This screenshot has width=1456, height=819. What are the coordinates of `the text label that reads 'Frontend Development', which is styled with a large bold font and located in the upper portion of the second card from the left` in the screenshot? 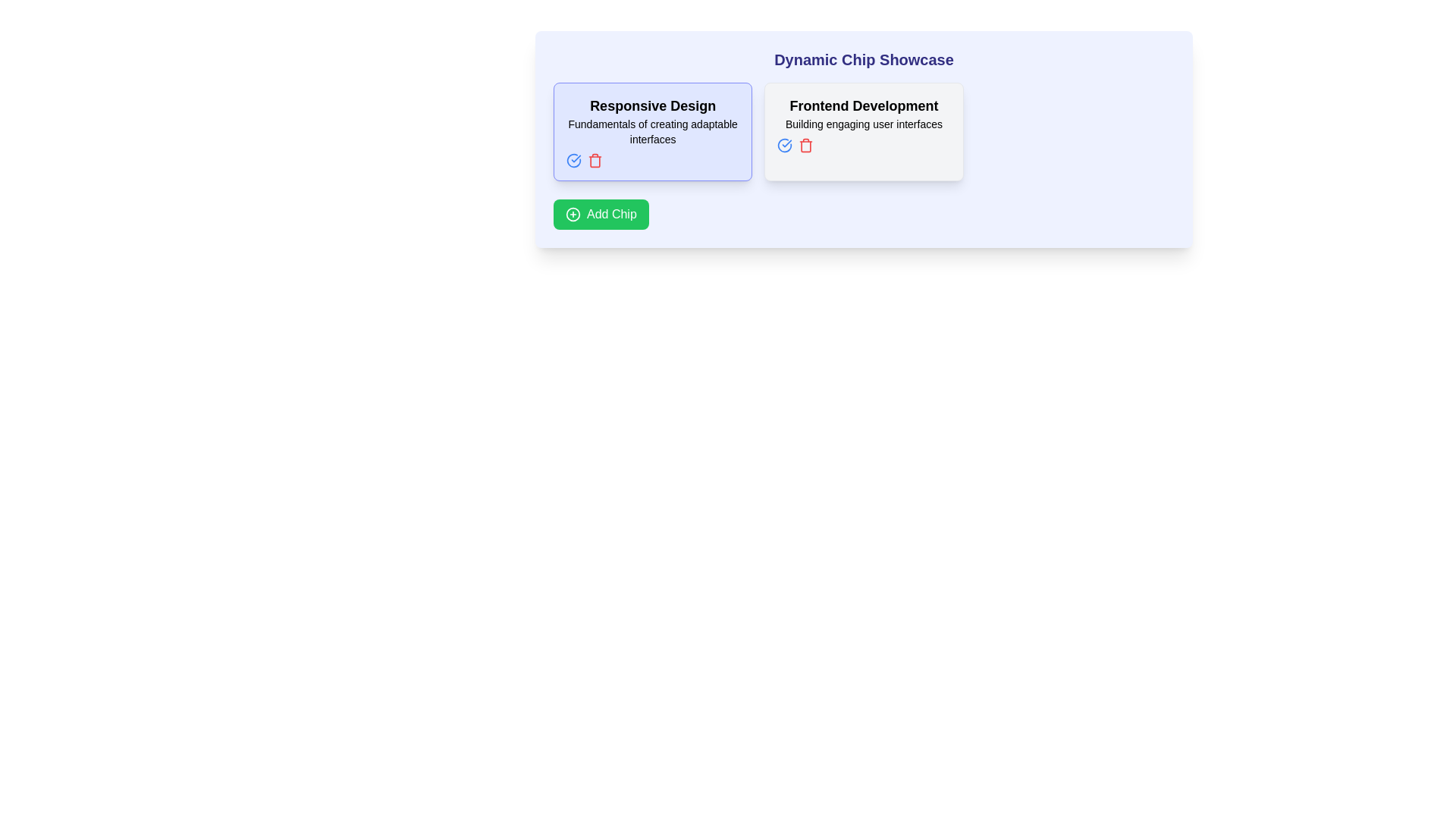 It's located at (864, 105).